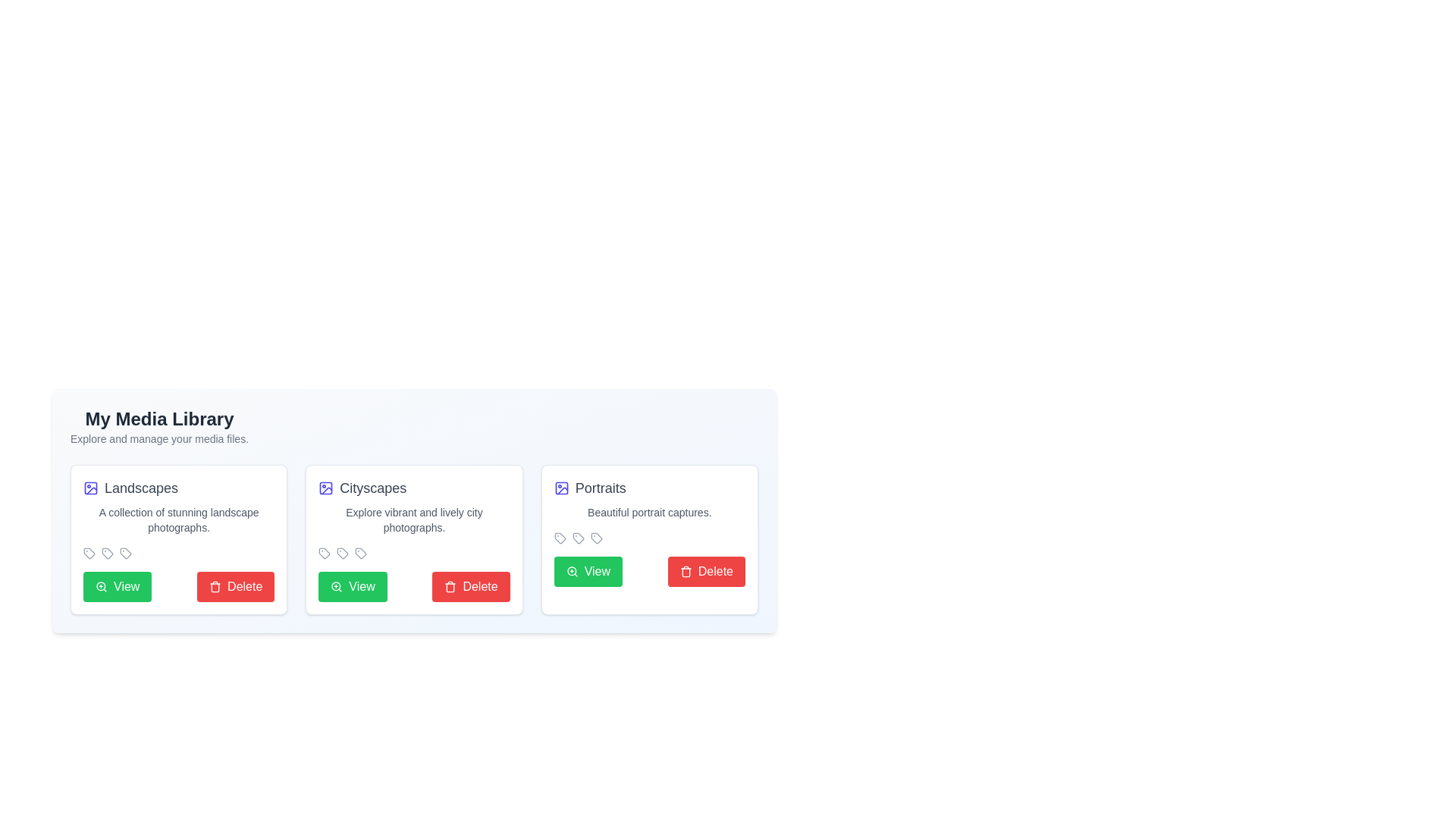  I want to click on graphical icon resembling a tag, which is the first tag icon in the 'Portraits' card of the media library interface, so click(559, 537).